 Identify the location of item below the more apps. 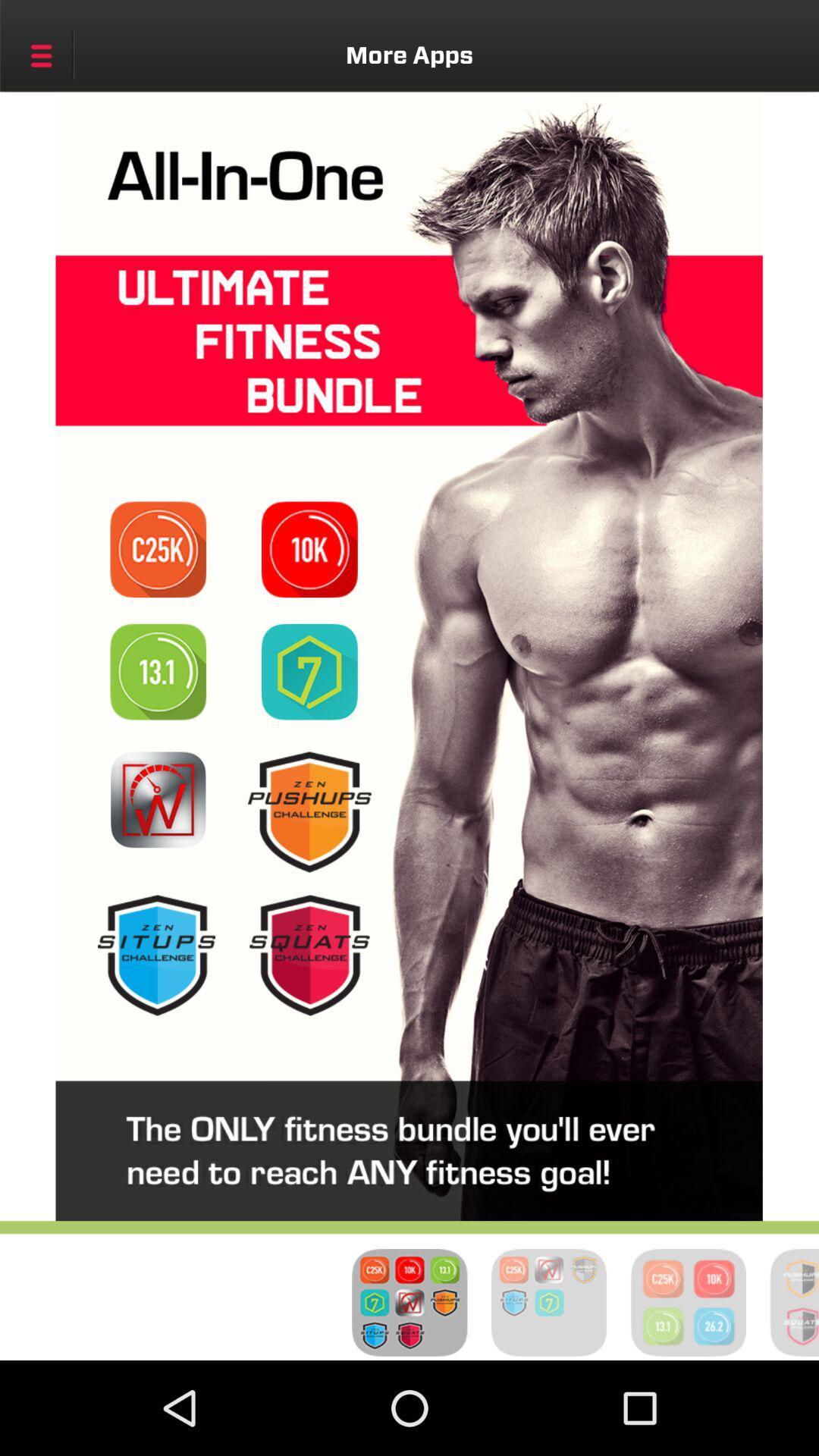
(309, 548).